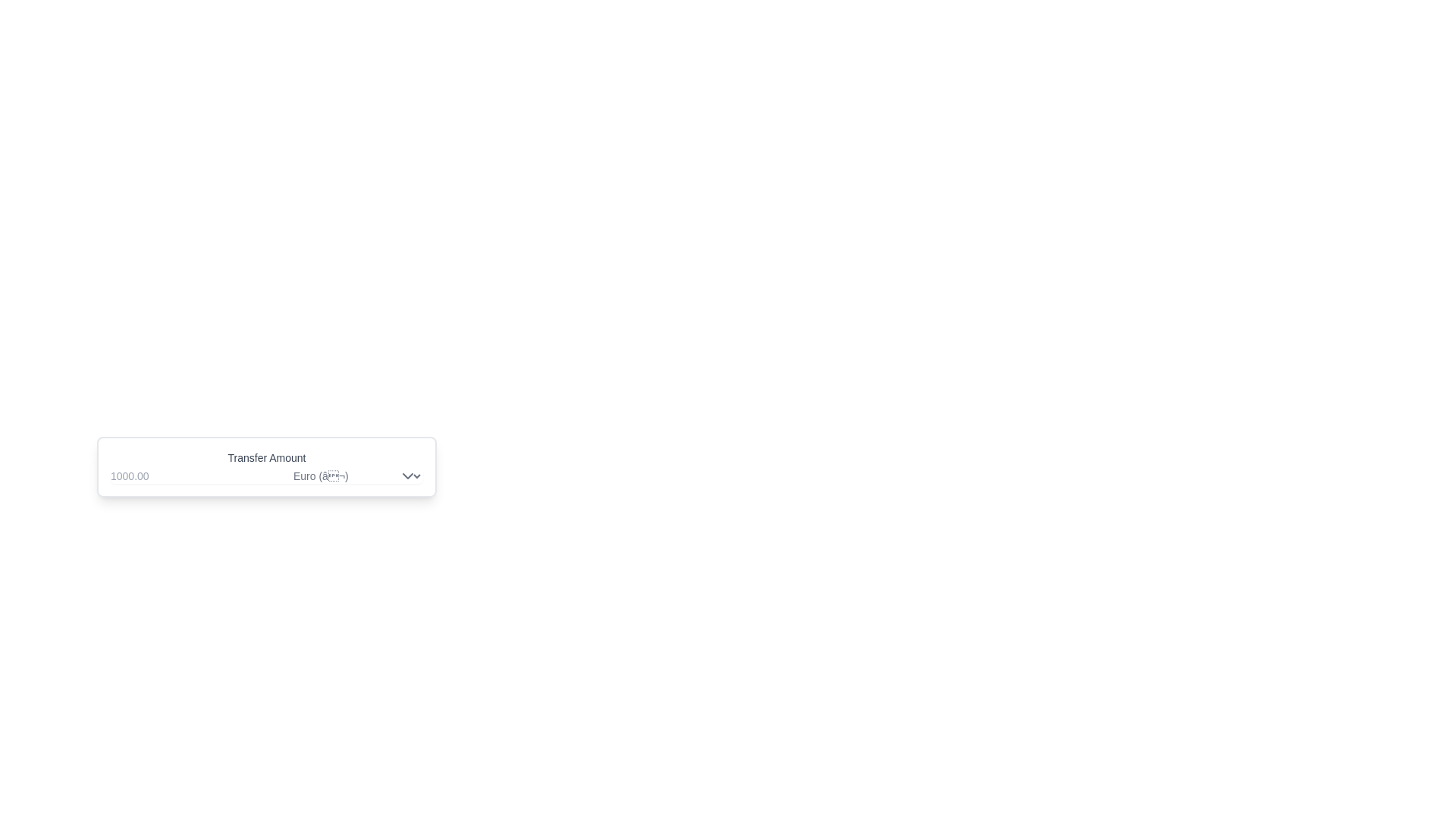 This screenshot has height=819, width=1456. What do you see at coordinates (266, 457) in the screenshot?
I see `the 'Transfer Amount' text label that indicates the purpose of the adjacent input field for user guidance` at bounding box center [266, 457].